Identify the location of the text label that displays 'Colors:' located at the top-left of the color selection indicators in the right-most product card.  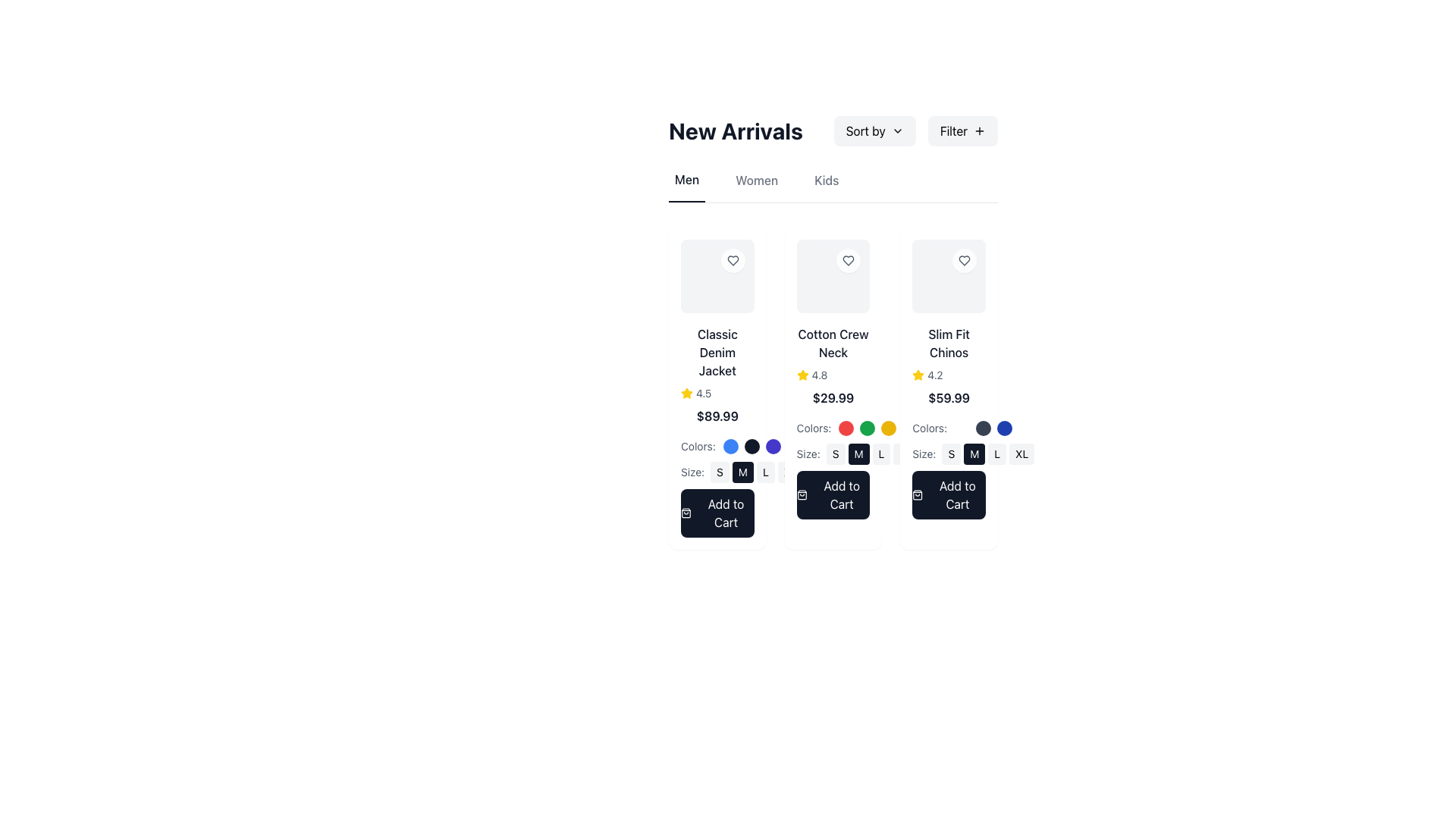
(929, 428).